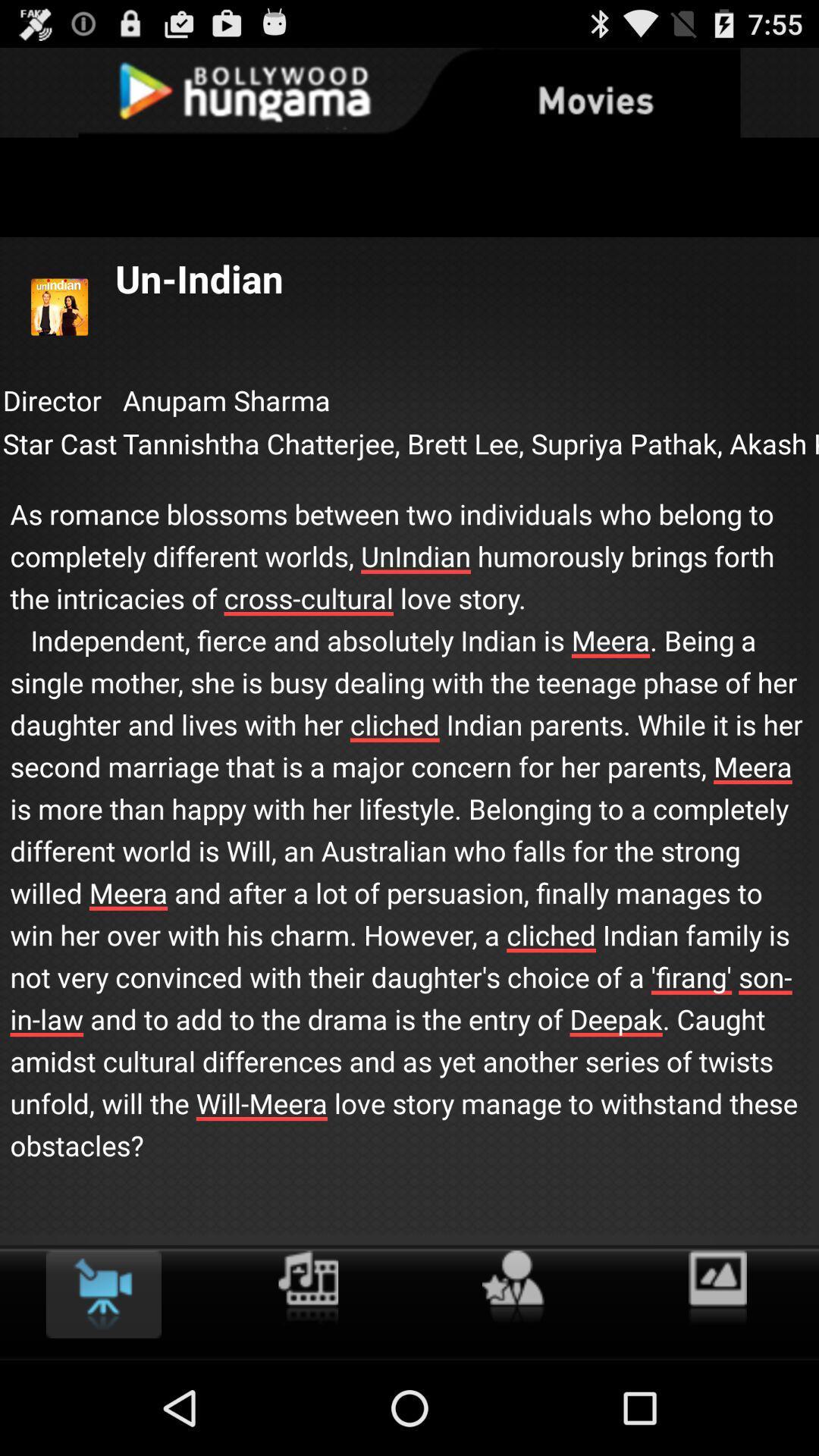  I want to click on the as romance blossoms icon, so click(409, 814).